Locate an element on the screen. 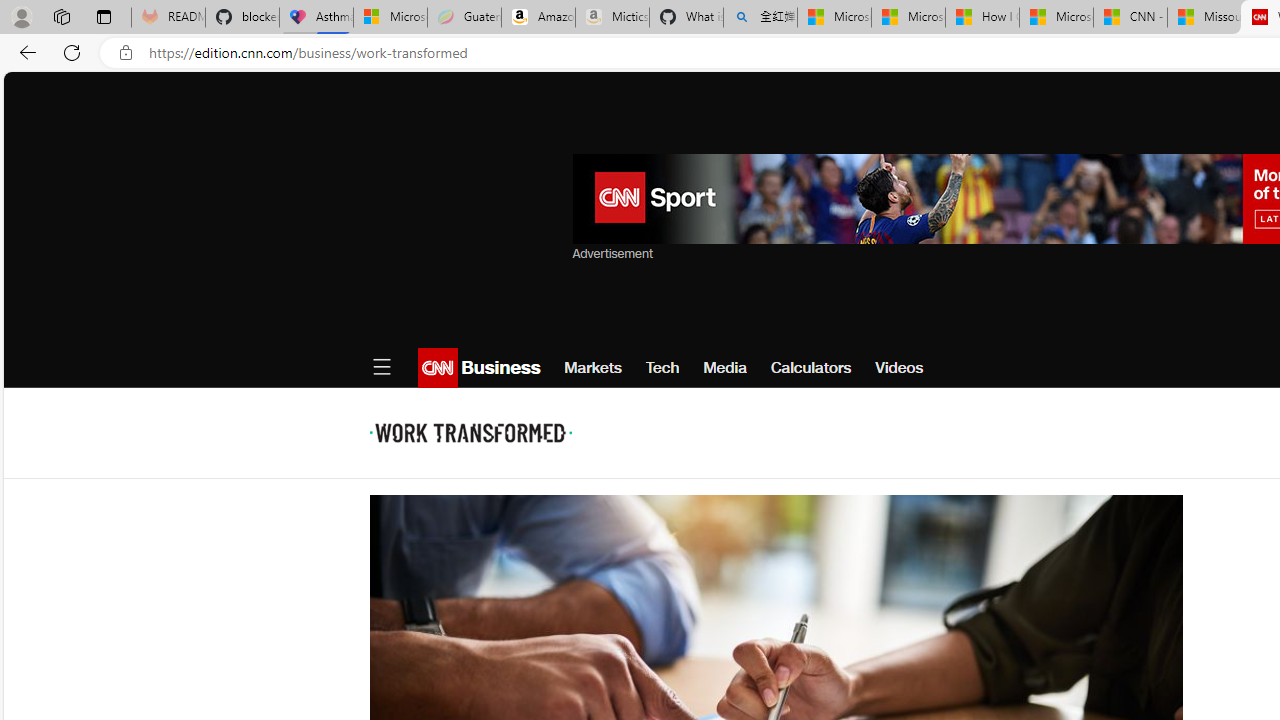  'Media' is located at coordinates (724, 367).